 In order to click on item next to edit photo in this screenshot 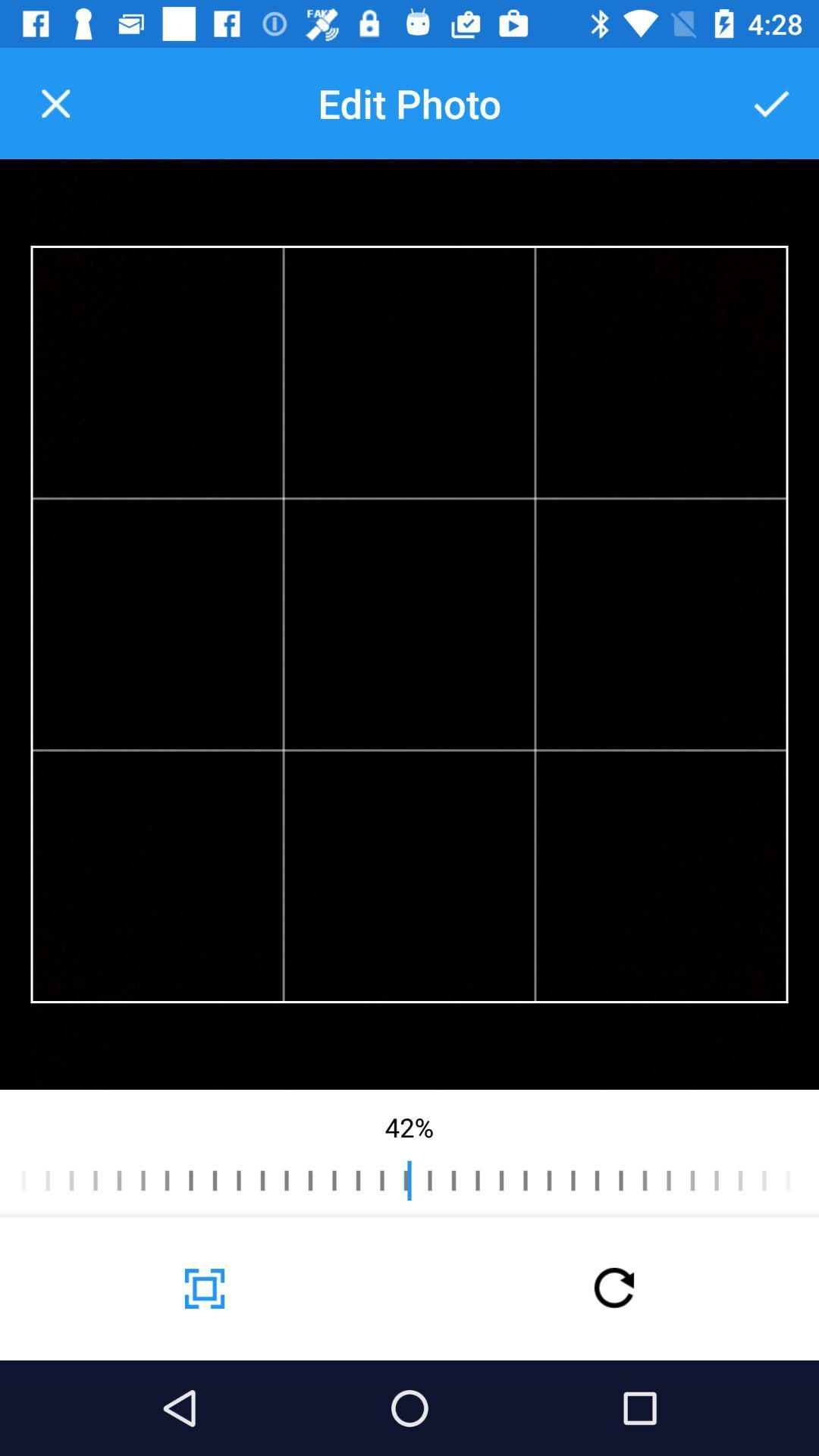, I will do `click(55, 102)`.